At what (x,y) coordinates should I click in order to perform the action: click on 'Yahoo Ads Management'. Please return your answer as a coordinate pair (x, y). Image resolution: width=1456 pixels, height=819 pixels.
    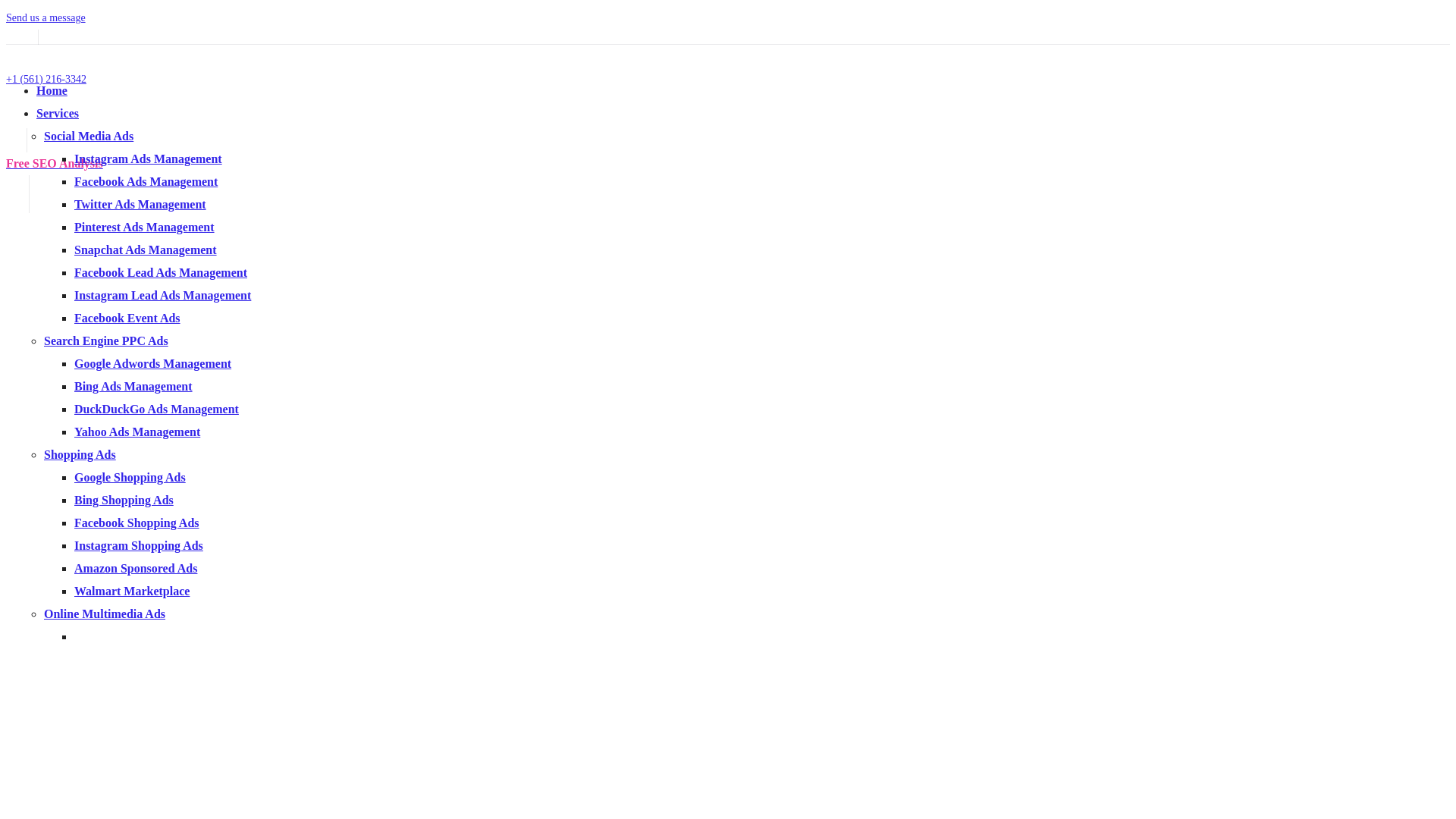
    Looking at the image, I should click on (137, 431).